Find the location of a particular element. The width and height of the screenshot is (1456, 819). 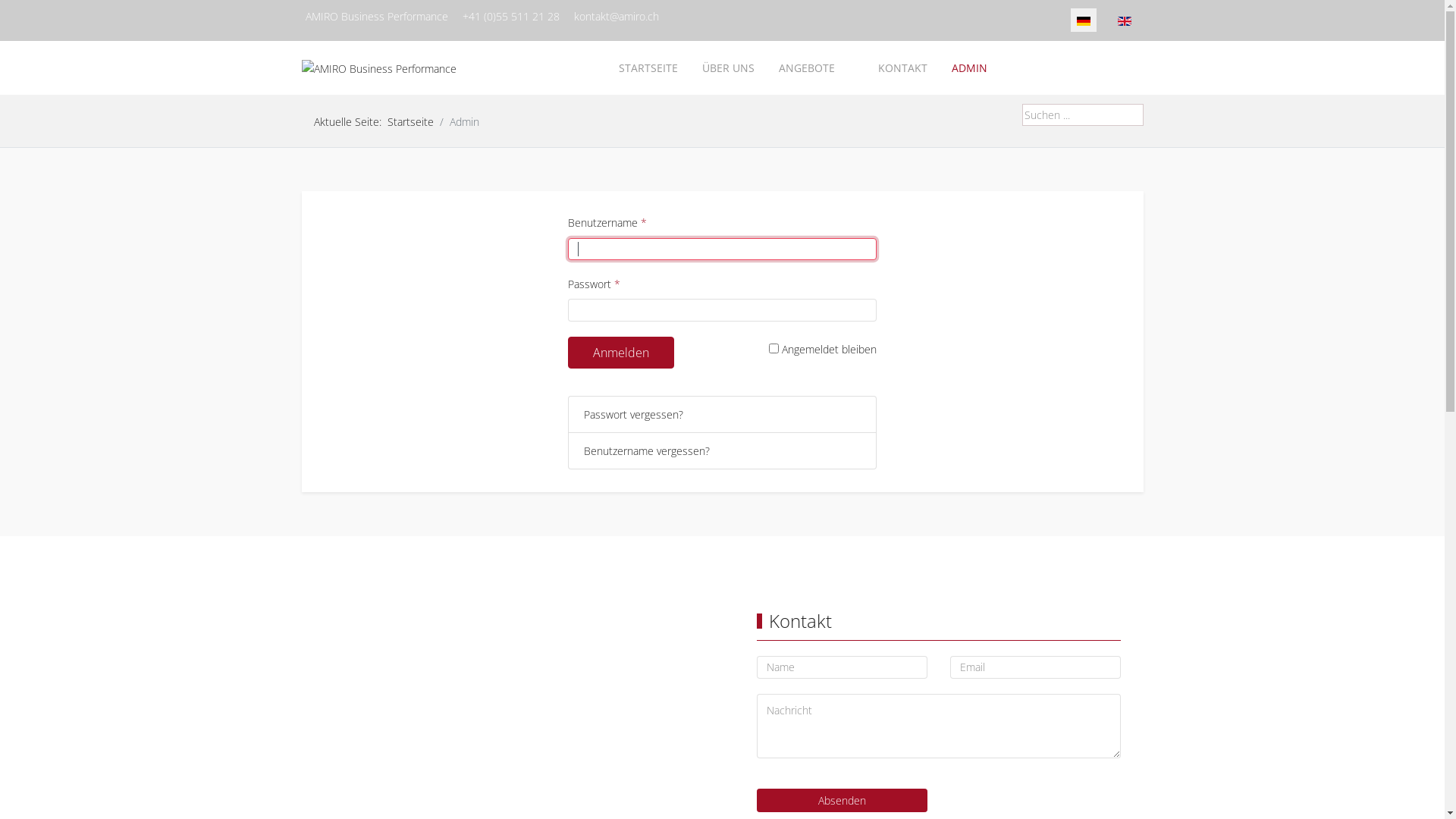

'ADMIN' is located at coordinates (968, 67).